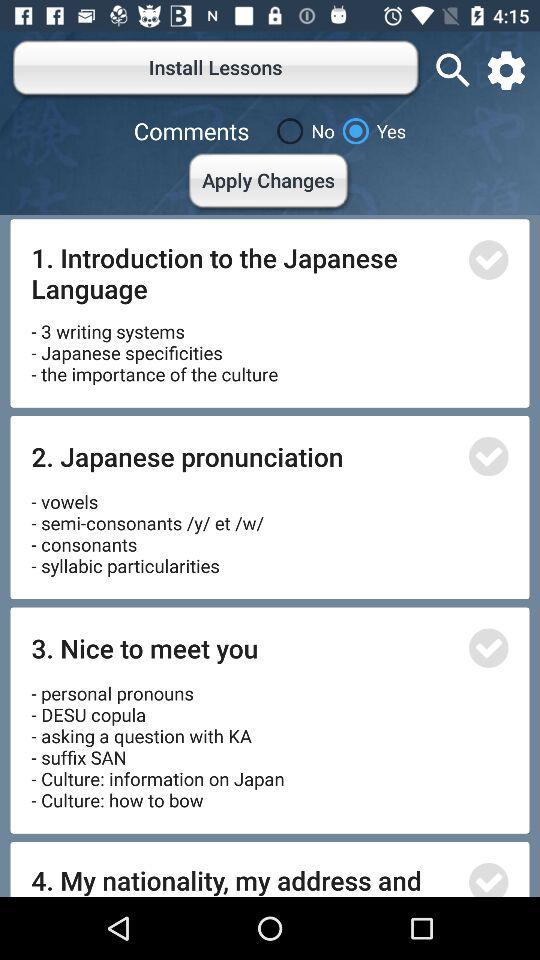  What do you see at coordinates (453, 70) in the screenshot?
I see `the search icon` at bounding box center [453, 70].